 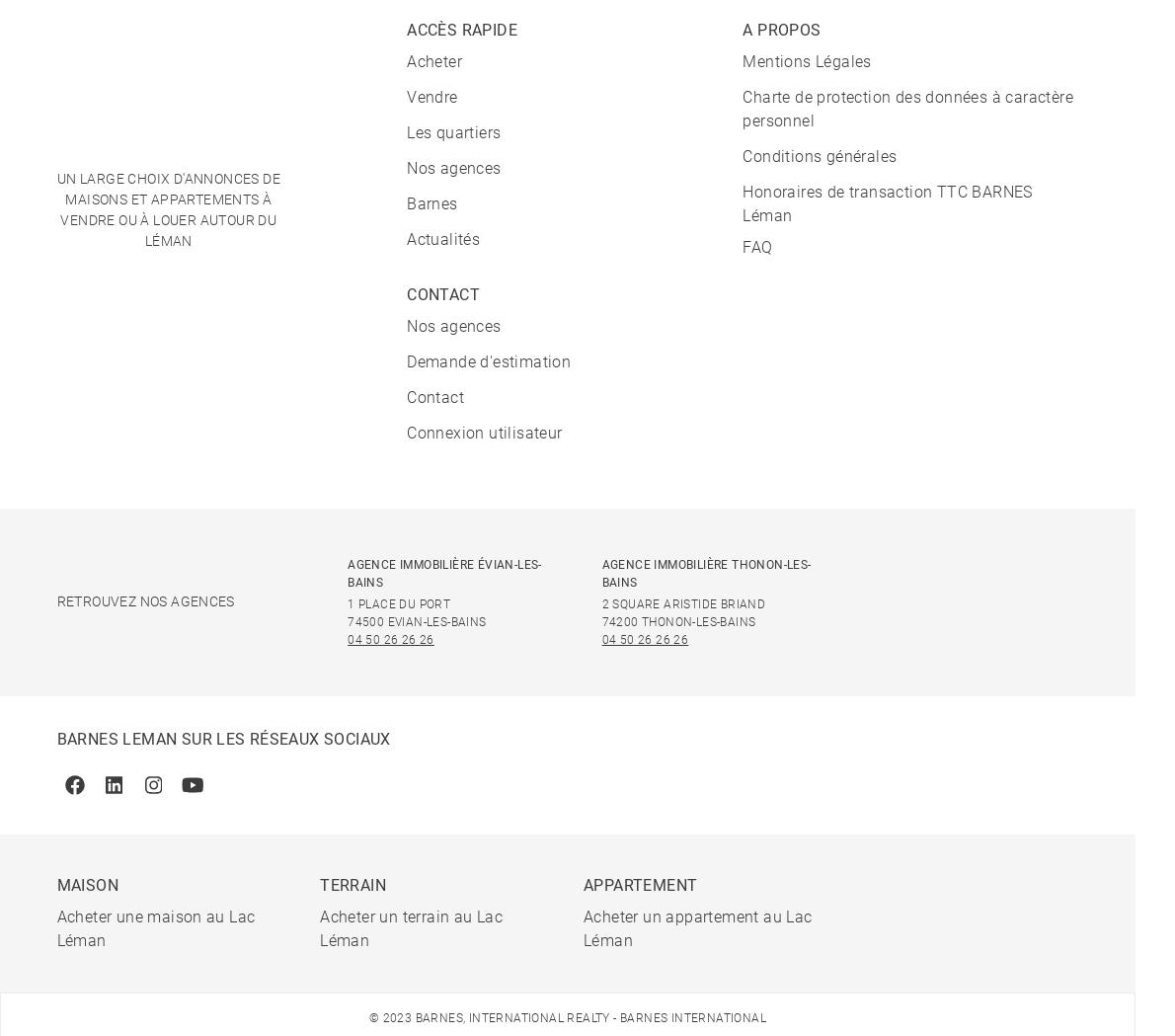 I want to click on '74500 Evian-Les-Bains', so click(x=416, y=620).